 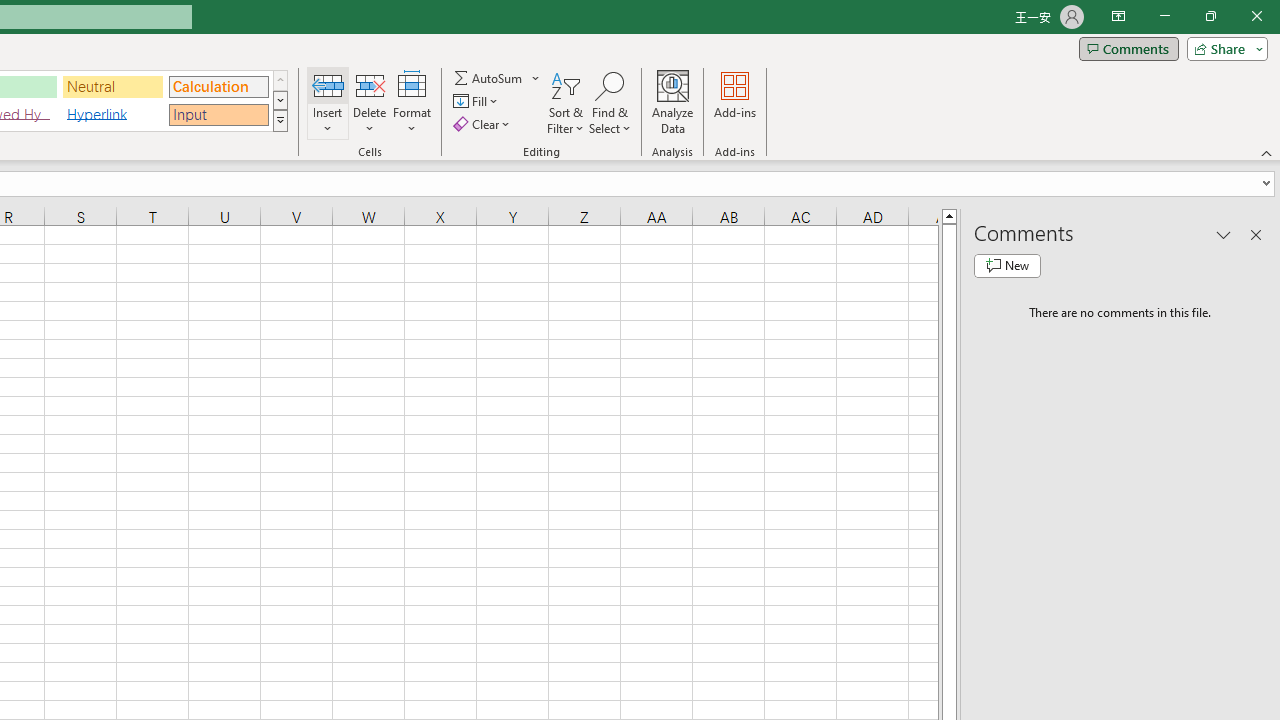 What do you see at coordinates (369, 84) in the screenshot?
I see `'Delete Cells...'` at bounding box center [369, 84].